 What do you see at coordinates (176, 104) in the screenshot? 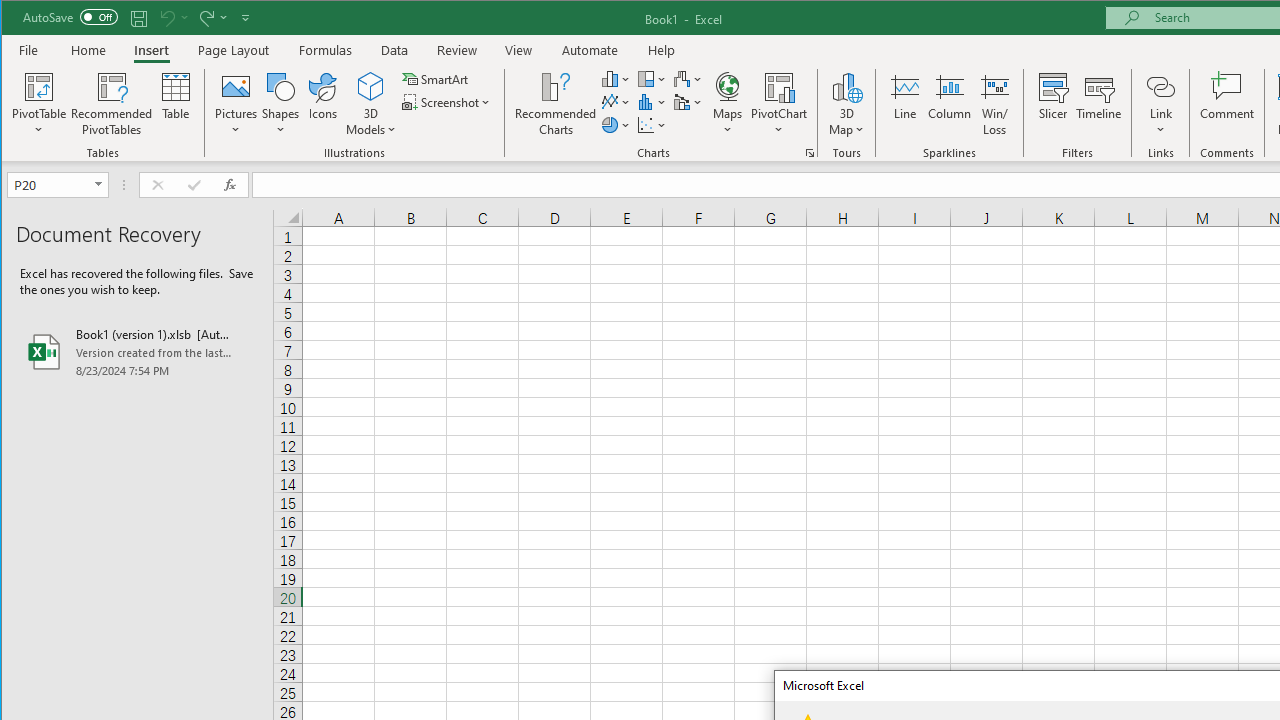
I see `'Table'` at bounding box center [176, 104].